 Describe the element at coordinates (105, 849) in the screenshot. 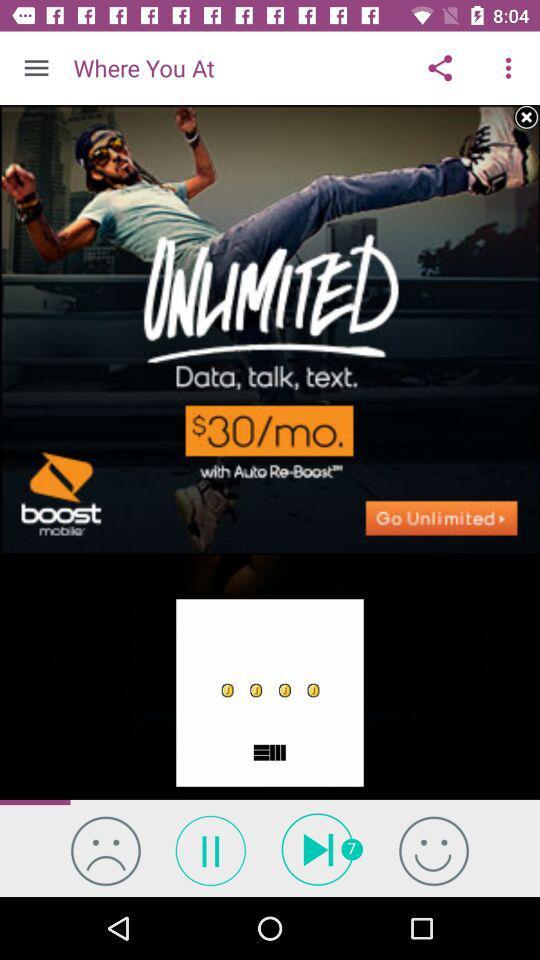

I see `the emoji icon` at that location.